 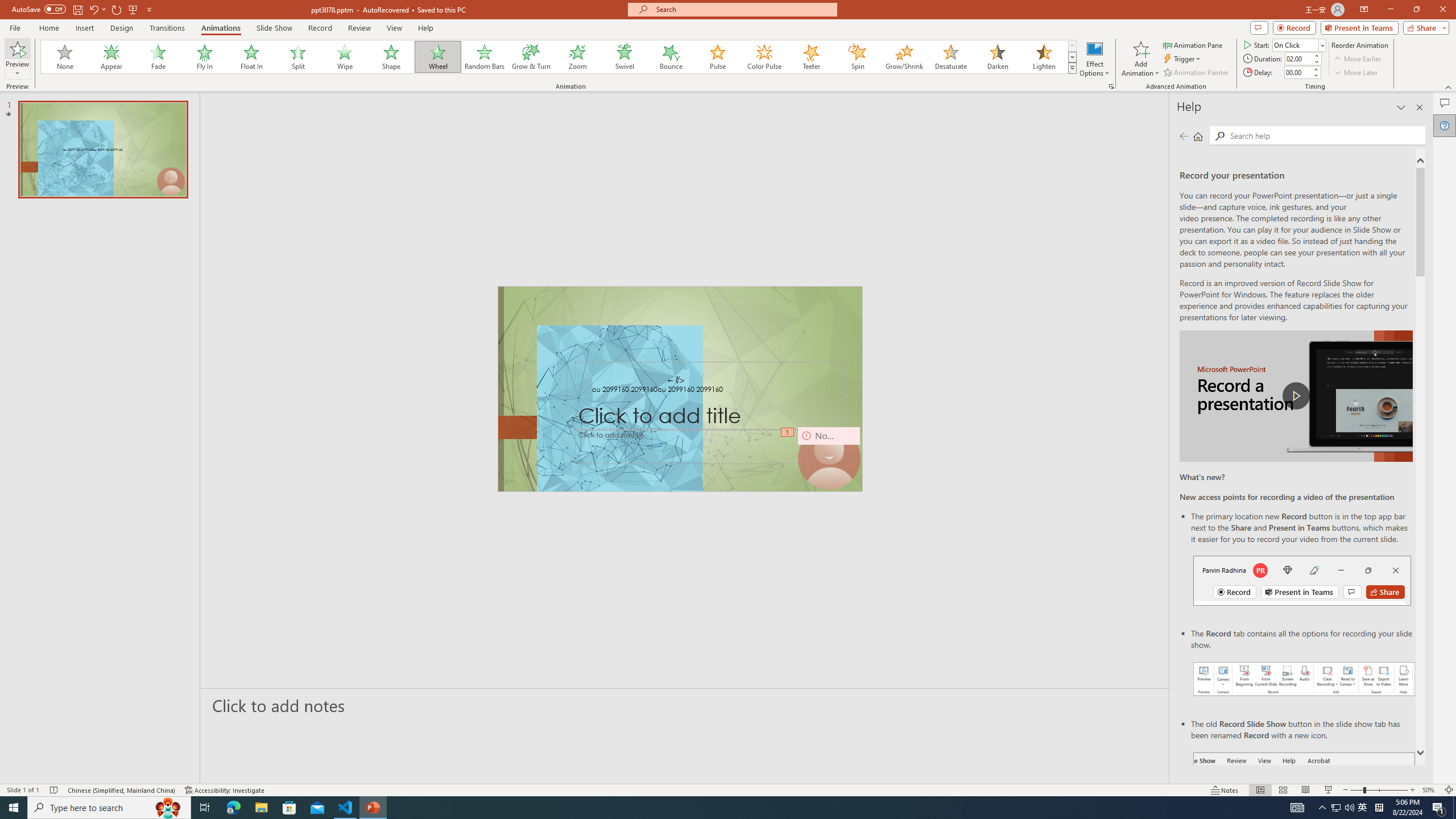 I want to click on 'Animation Pane', so click(x=1194, y=44).